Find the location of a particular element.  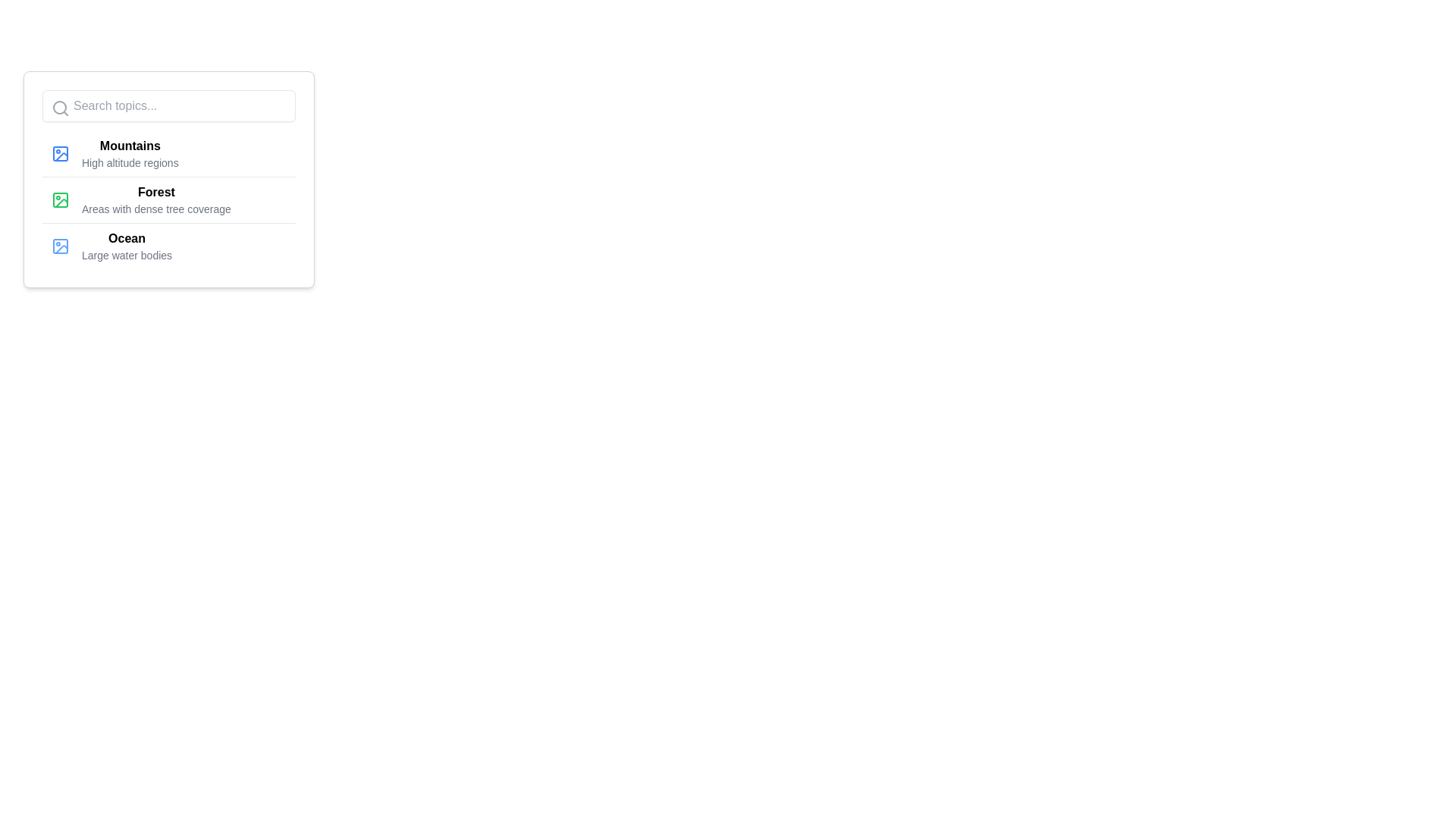

the blue picture frame icon (SVG graphic) located at the beginning of the 'Ocean' section, immediately to the left of the text label 'Ocean' is located at coordinates (61, 245).